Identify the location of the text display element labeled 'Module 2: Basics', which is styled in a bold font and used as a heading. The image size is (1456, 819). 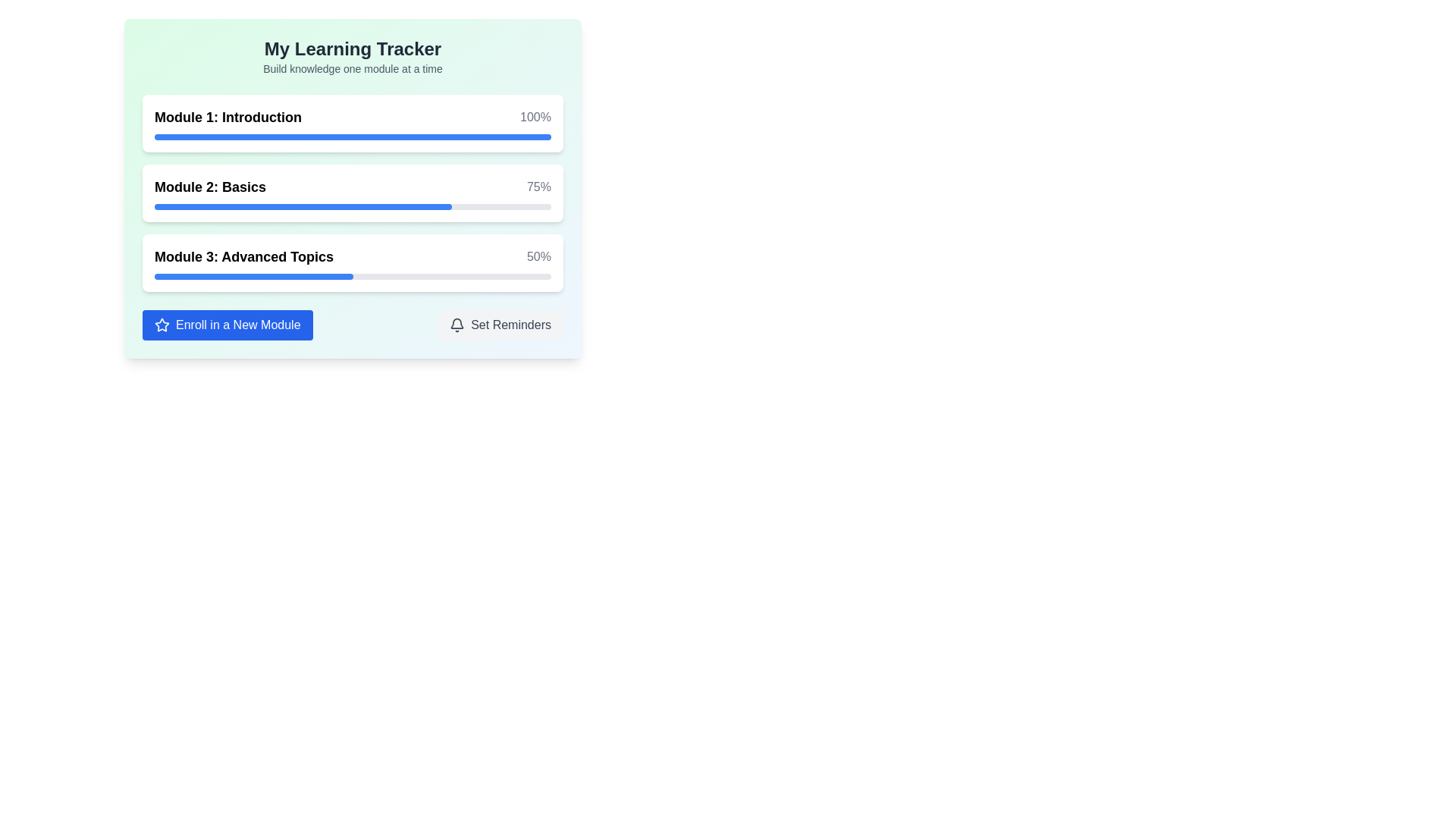
(209, 186).